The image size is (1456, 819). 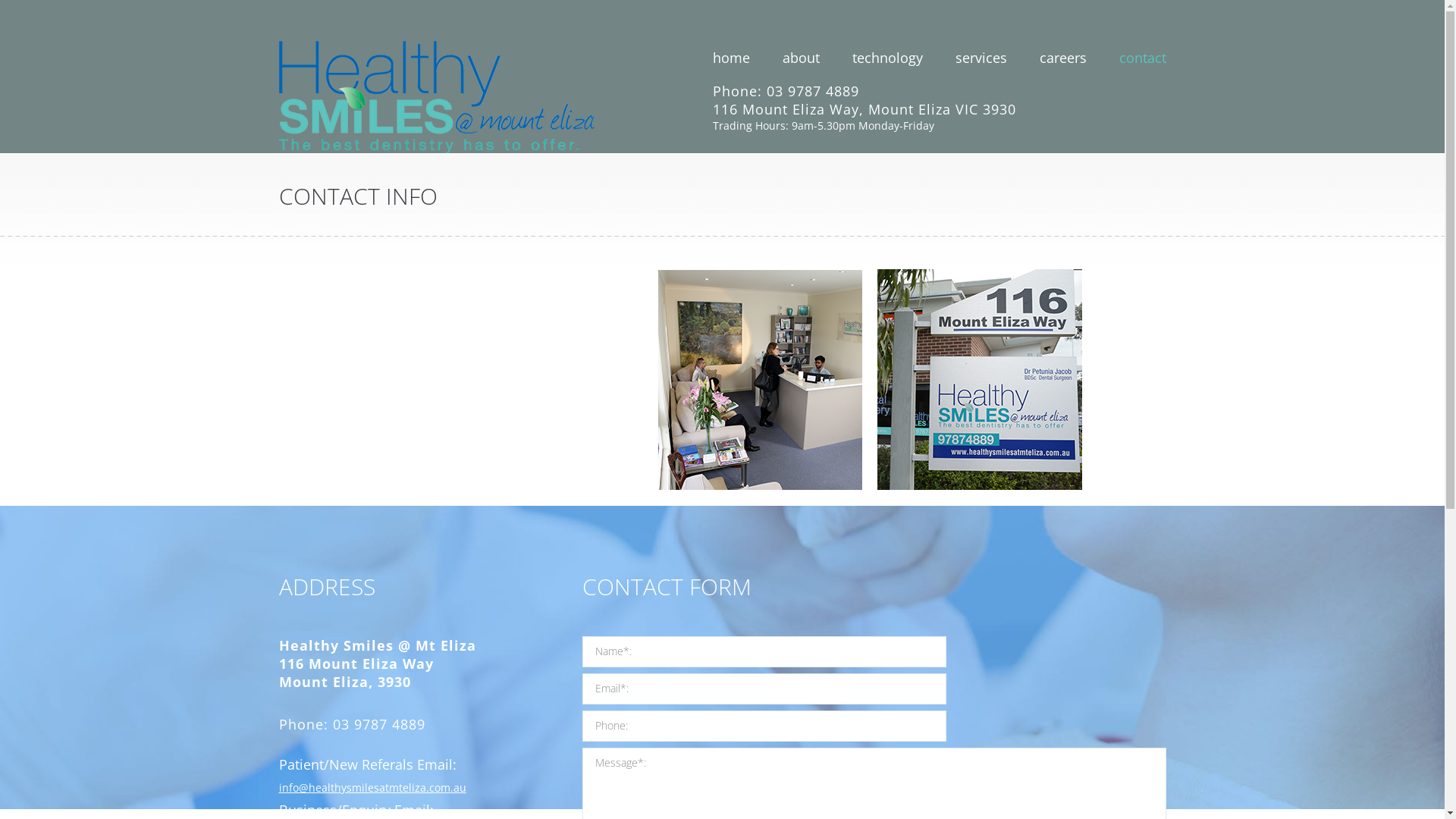 I want to click on 'info@healthysmilesatmteliza.com.au', so click(x=372, y=786).